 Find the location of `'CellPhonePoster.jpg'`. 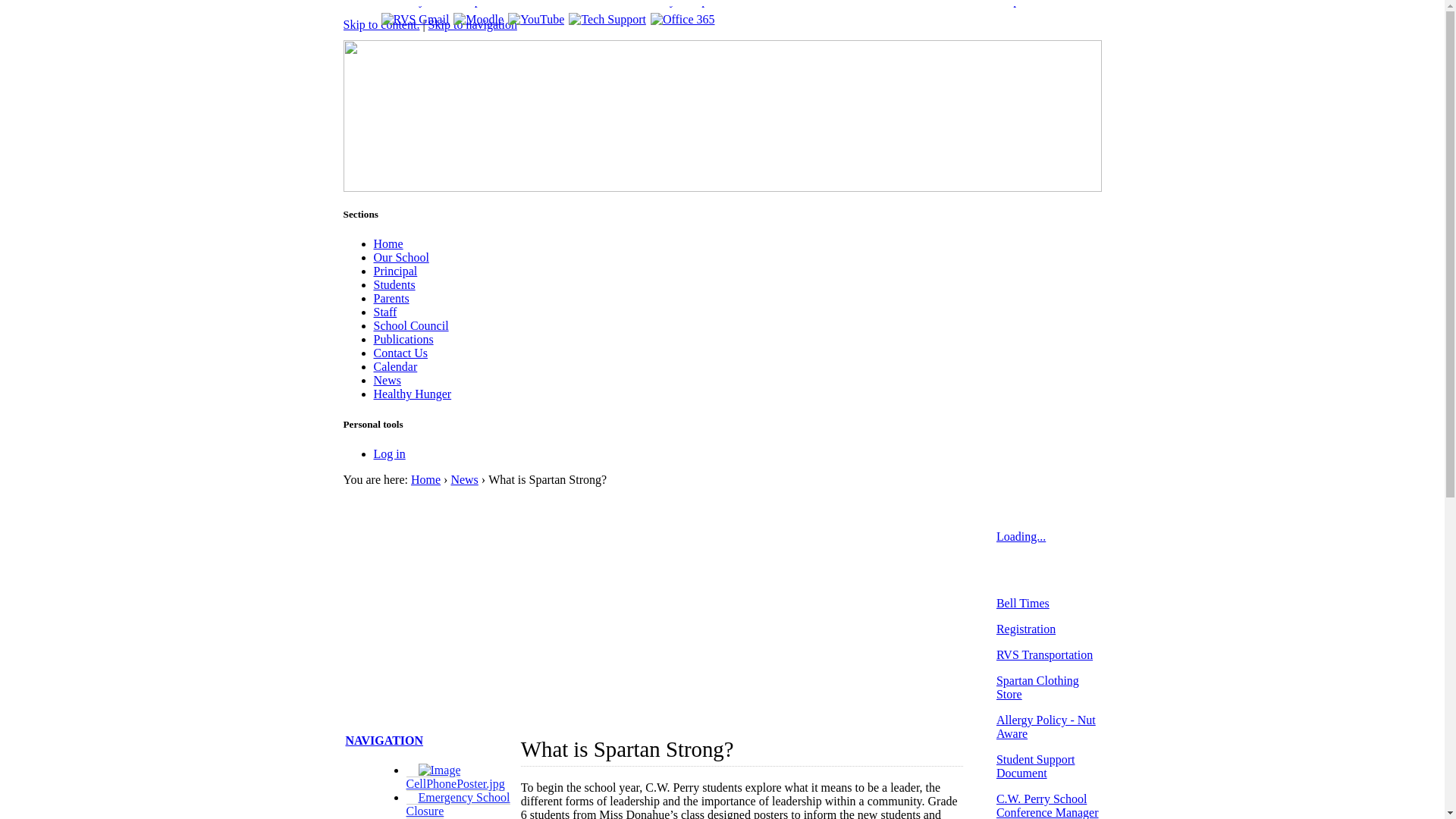

'CellPhonePoster.jpg' is located at coordinates (406, 777).